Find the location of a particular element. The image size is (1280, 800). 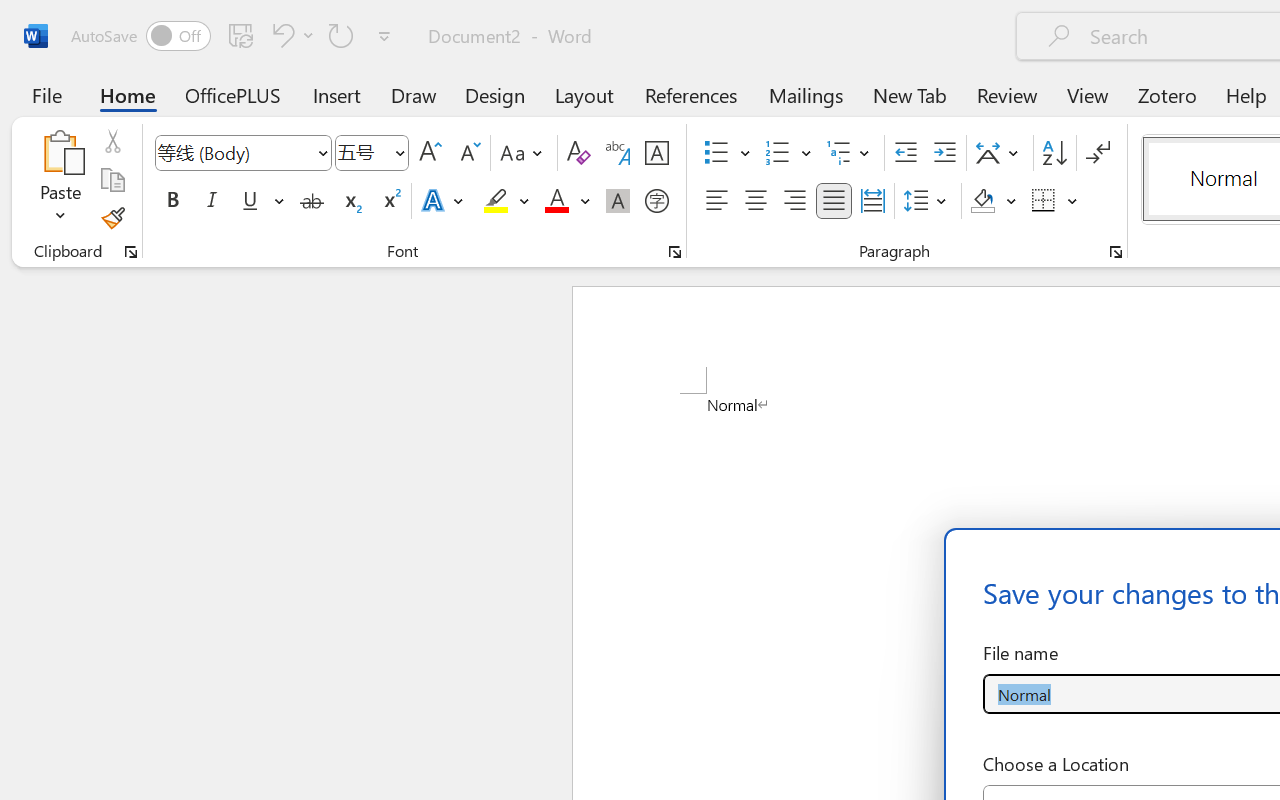

'Change Case' is located at coordinates (524, 153).